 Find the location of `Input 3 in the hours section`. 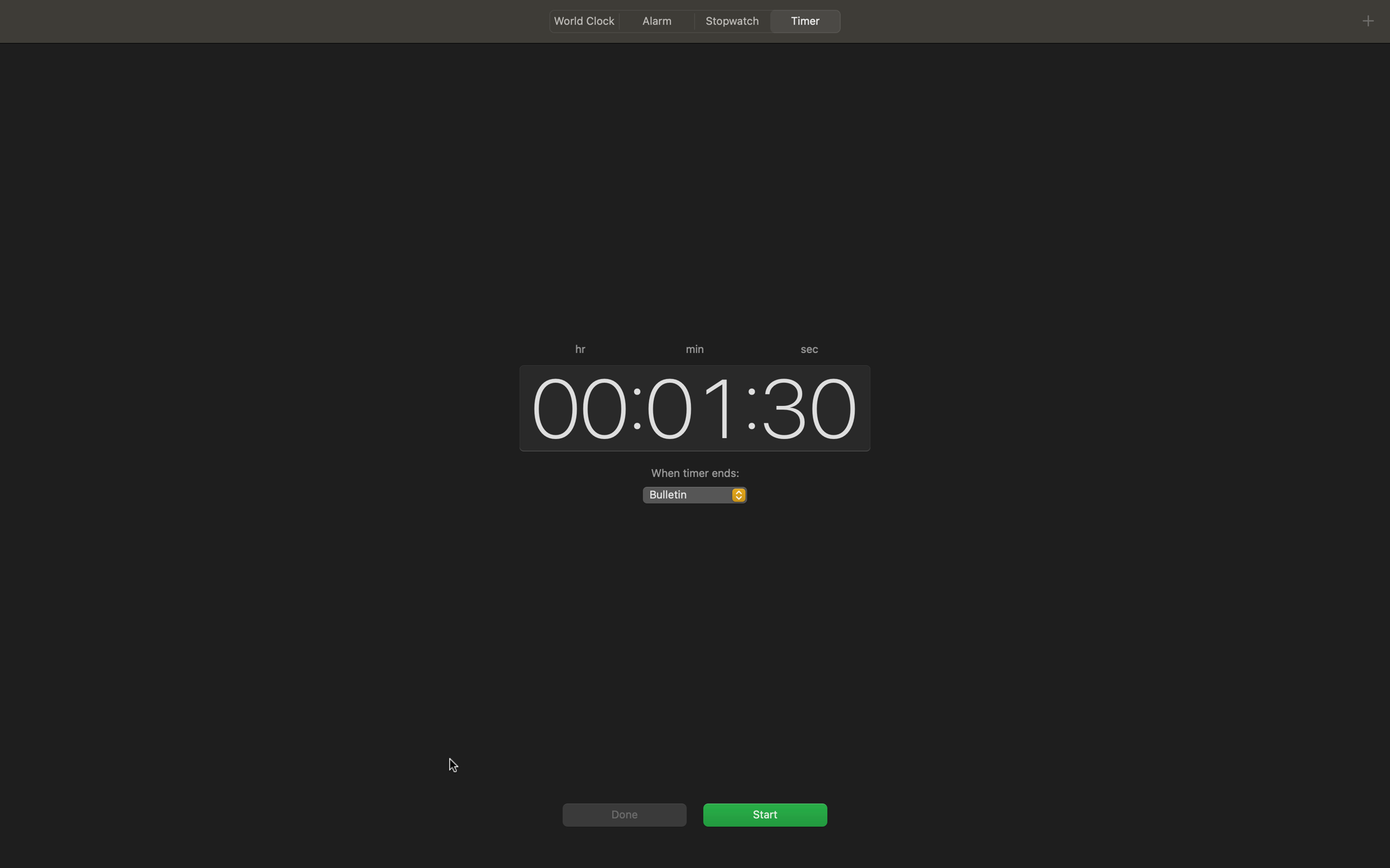

Input 3 in the hours section is located at coordinates (574, 406).